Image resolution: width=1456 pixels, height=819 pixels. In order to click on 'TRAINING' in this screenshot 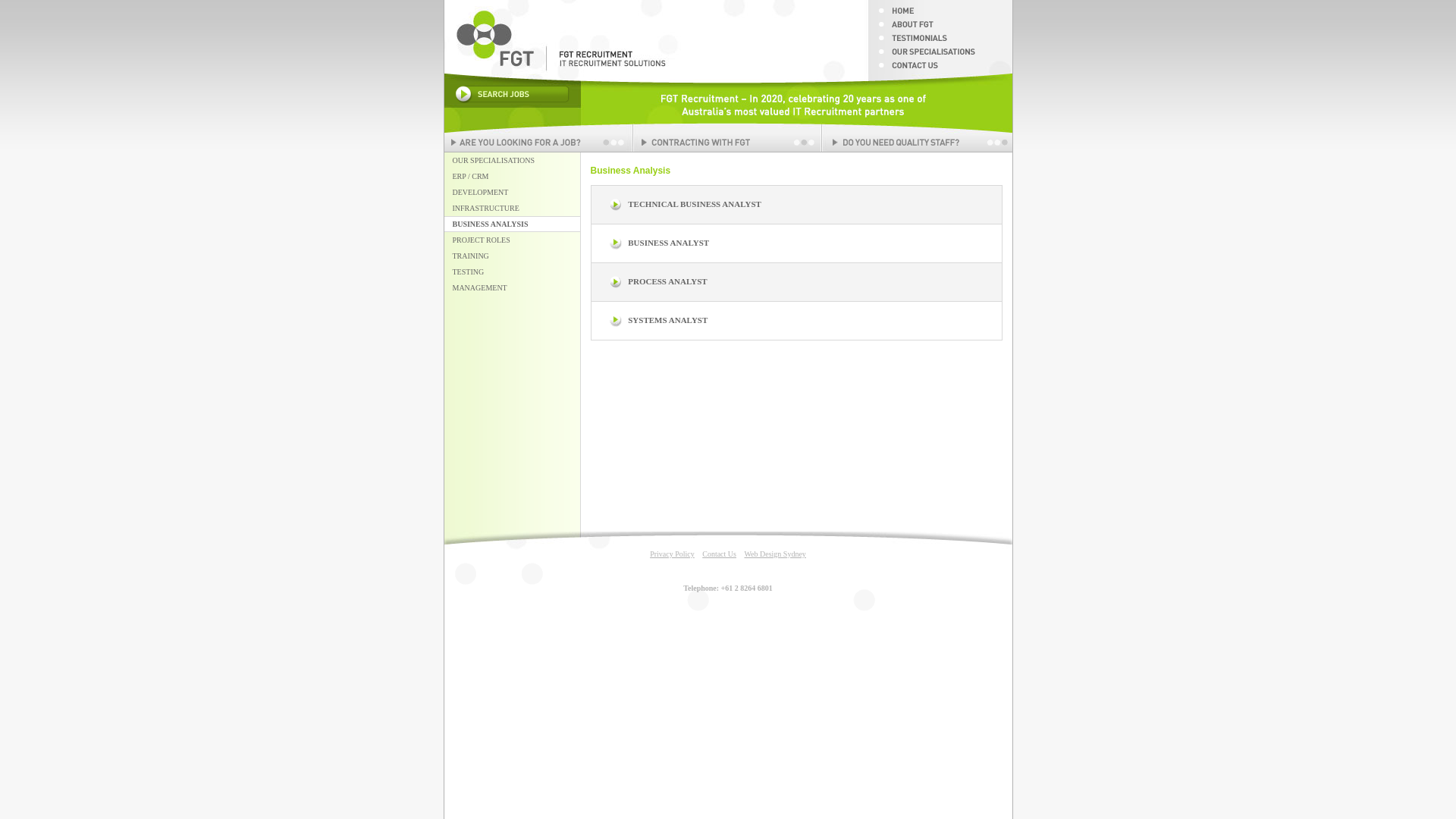, I will do `click(513, 255)`.